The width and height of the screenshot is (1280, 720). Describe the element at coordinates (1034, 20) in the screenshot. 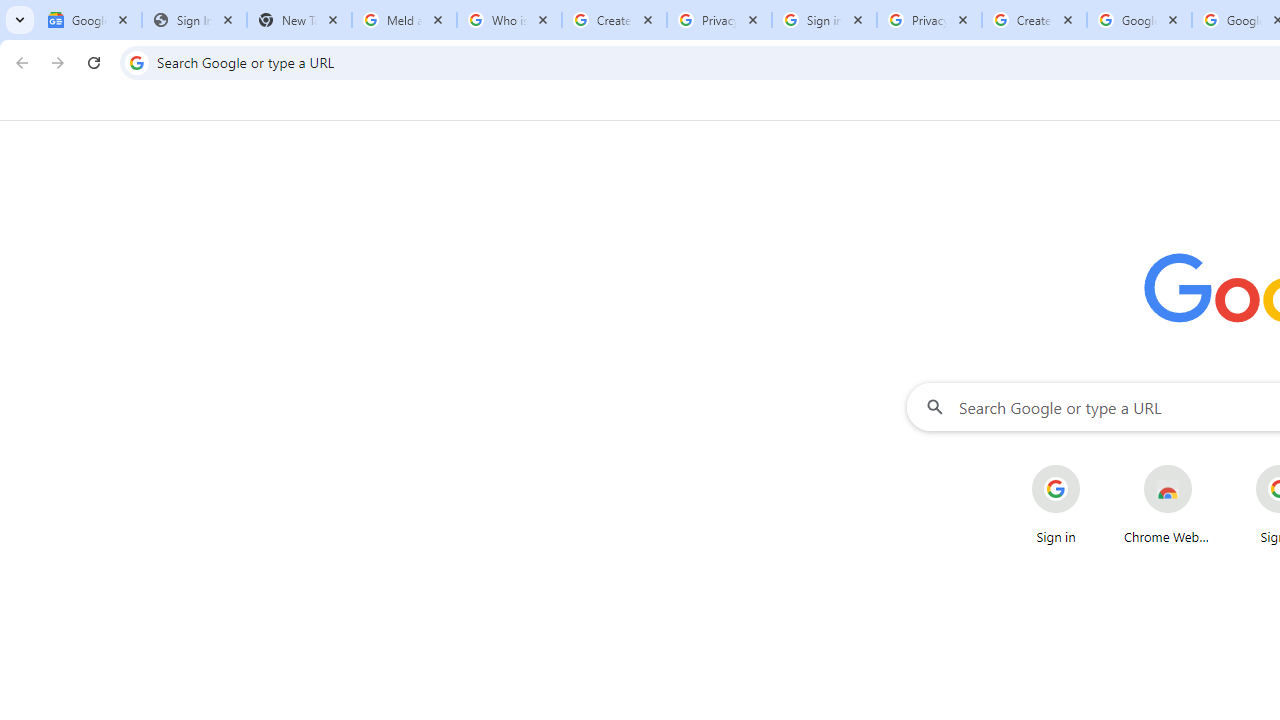

I see `'Create your Google Account'` at that location.